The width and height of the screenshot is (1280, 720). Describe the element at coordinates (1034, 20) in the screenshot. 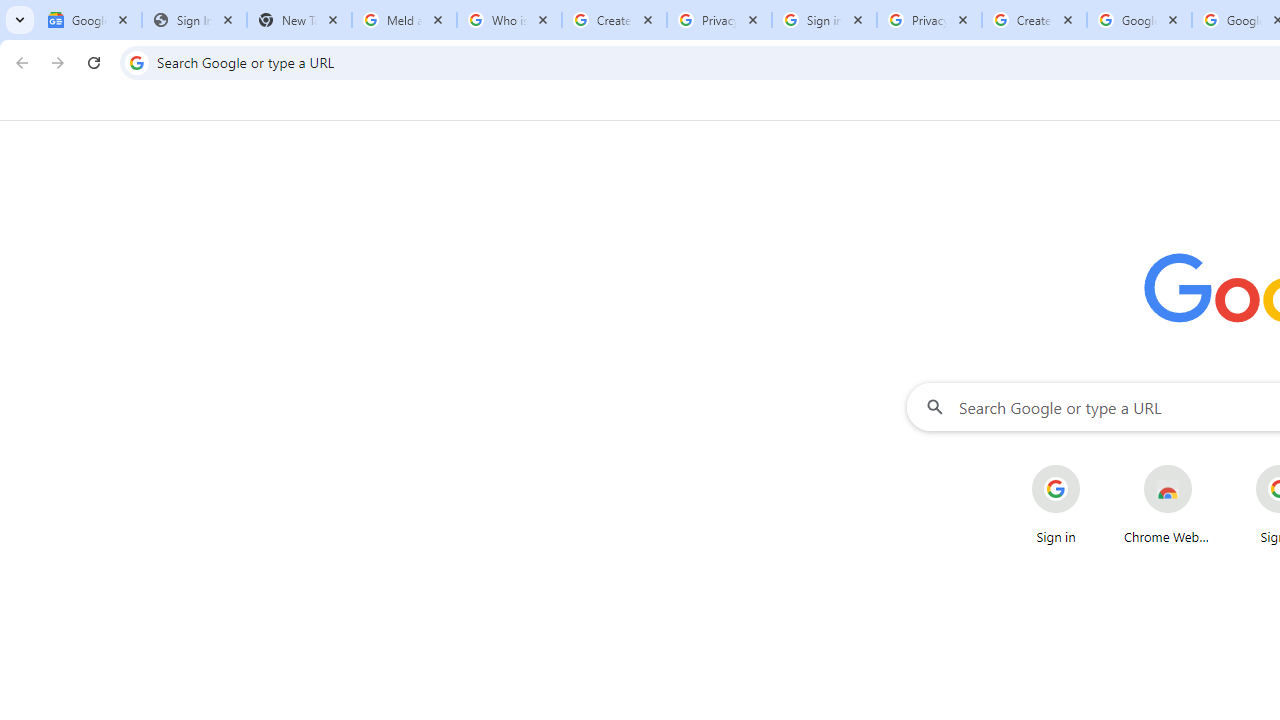

I see `'Create your Google Account'` at that location.